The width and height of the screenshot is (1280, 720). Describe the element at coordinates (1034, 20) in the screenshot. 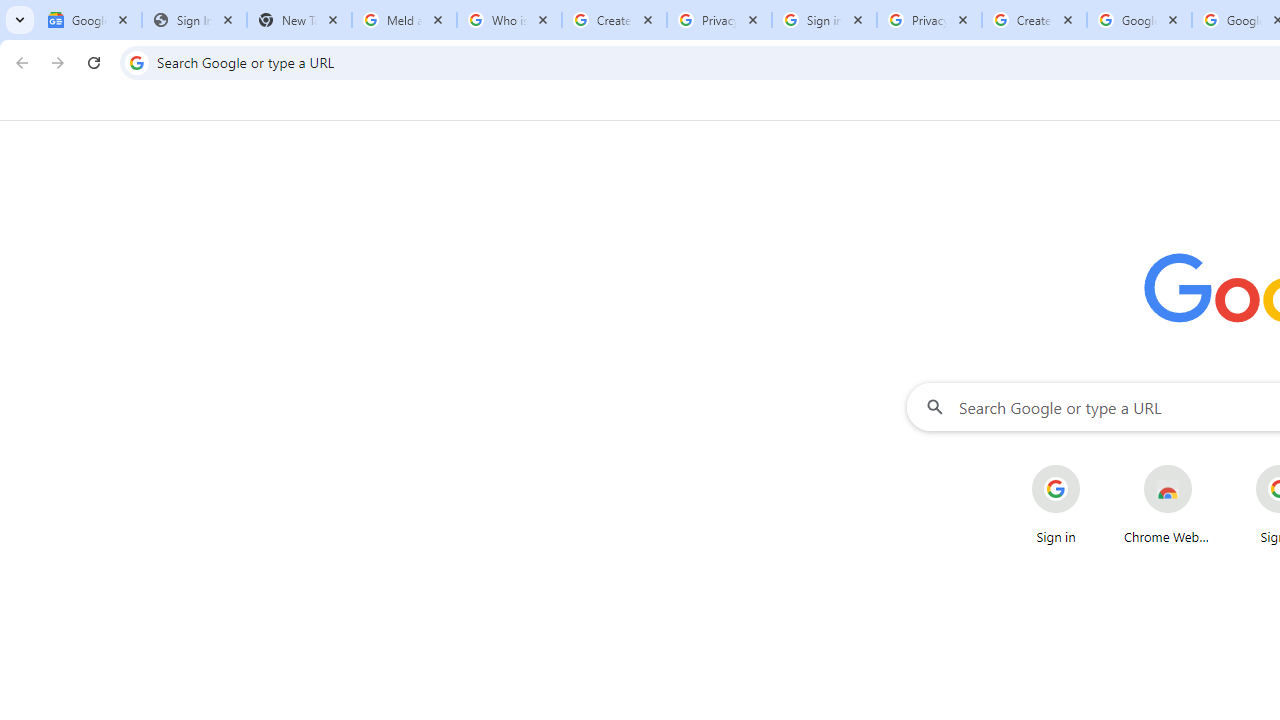

I see `'Create your Google Account'` at that location.